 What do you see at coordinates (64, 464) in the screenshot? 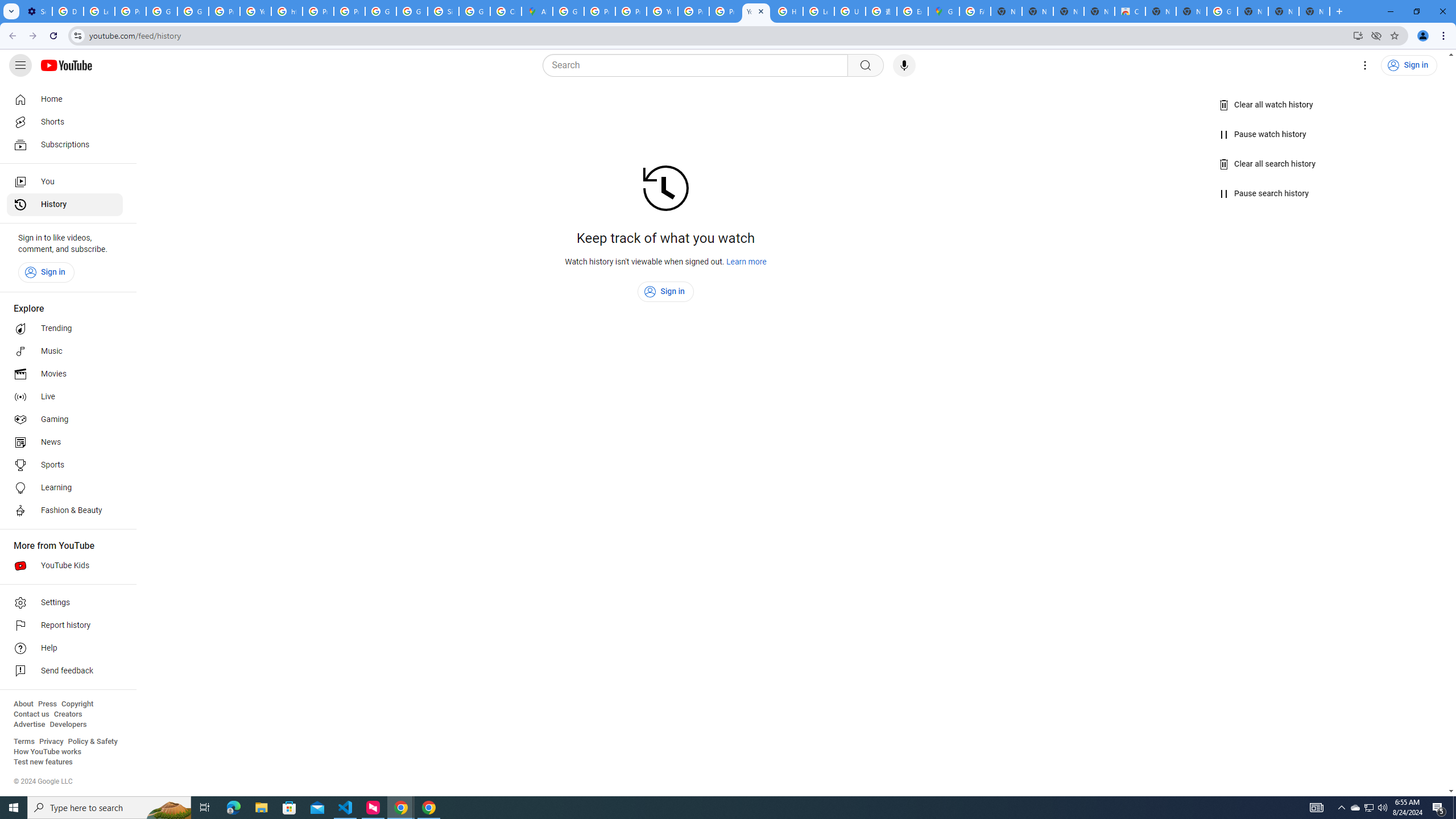
I see `'Sports'` at bounding box center [64, 464].